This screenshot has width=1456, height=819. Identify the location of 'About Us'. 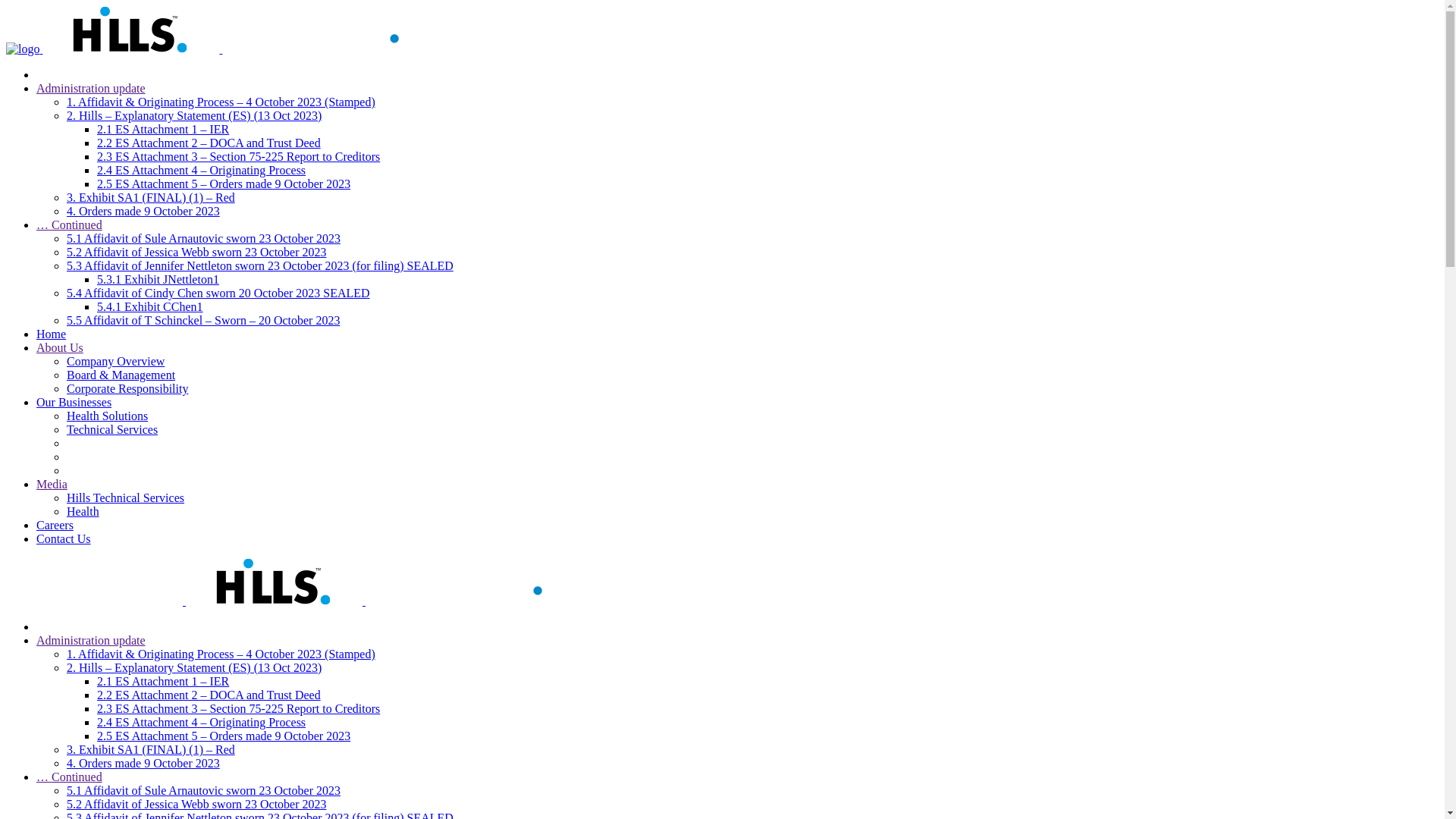
(59, 347).